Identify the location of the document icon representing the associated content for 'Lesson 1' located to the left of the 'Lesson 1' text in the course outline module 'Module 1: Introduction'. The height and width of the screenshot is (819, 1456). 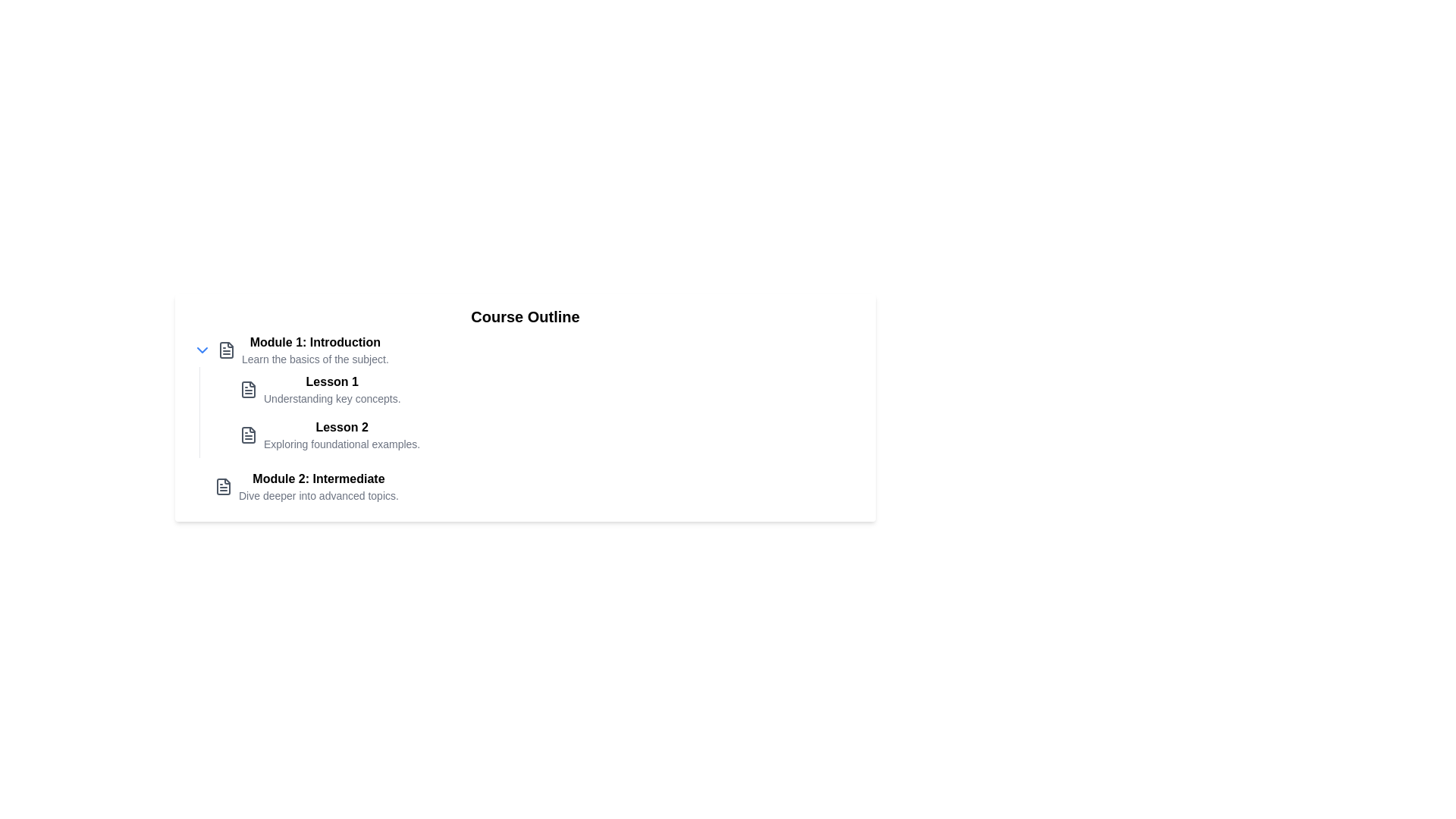
(248, 388).